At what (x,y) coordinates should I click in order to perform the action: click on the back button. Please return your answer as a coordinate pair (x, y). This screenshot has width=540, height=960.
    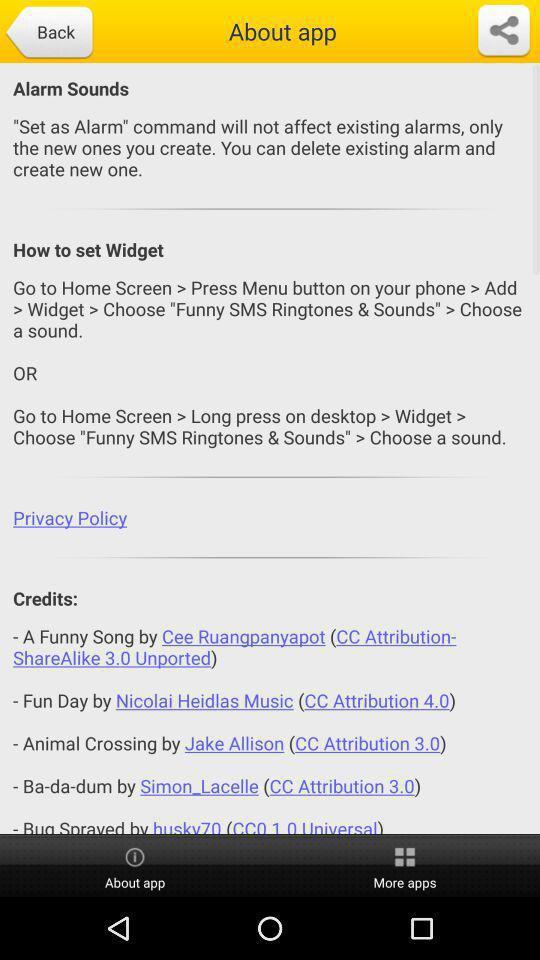
    Looking at the image, I should click on (48, 32).